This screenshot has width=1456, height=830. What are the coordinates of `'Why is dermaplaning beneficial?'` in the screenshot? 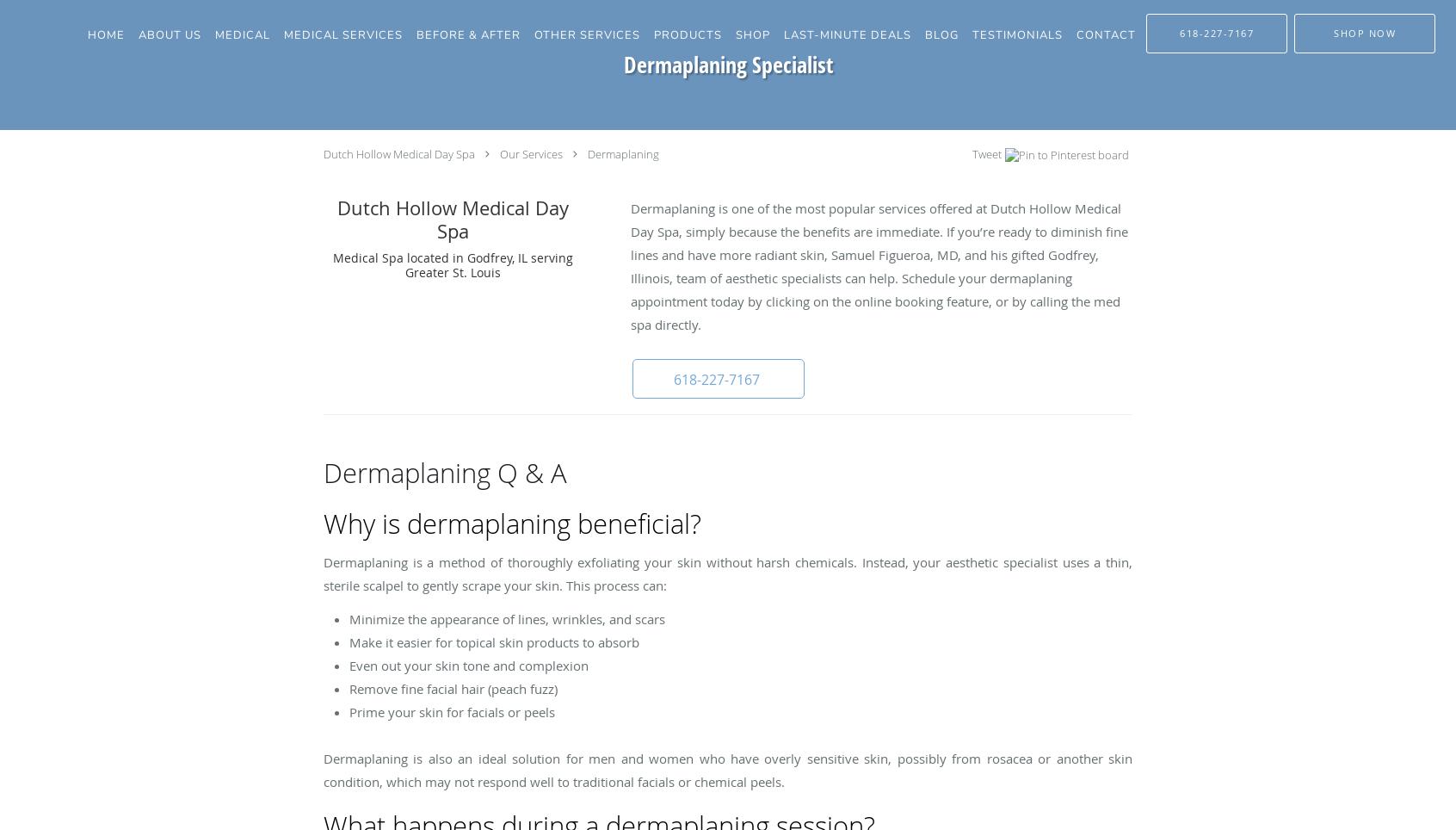 It's located at (511, 523).